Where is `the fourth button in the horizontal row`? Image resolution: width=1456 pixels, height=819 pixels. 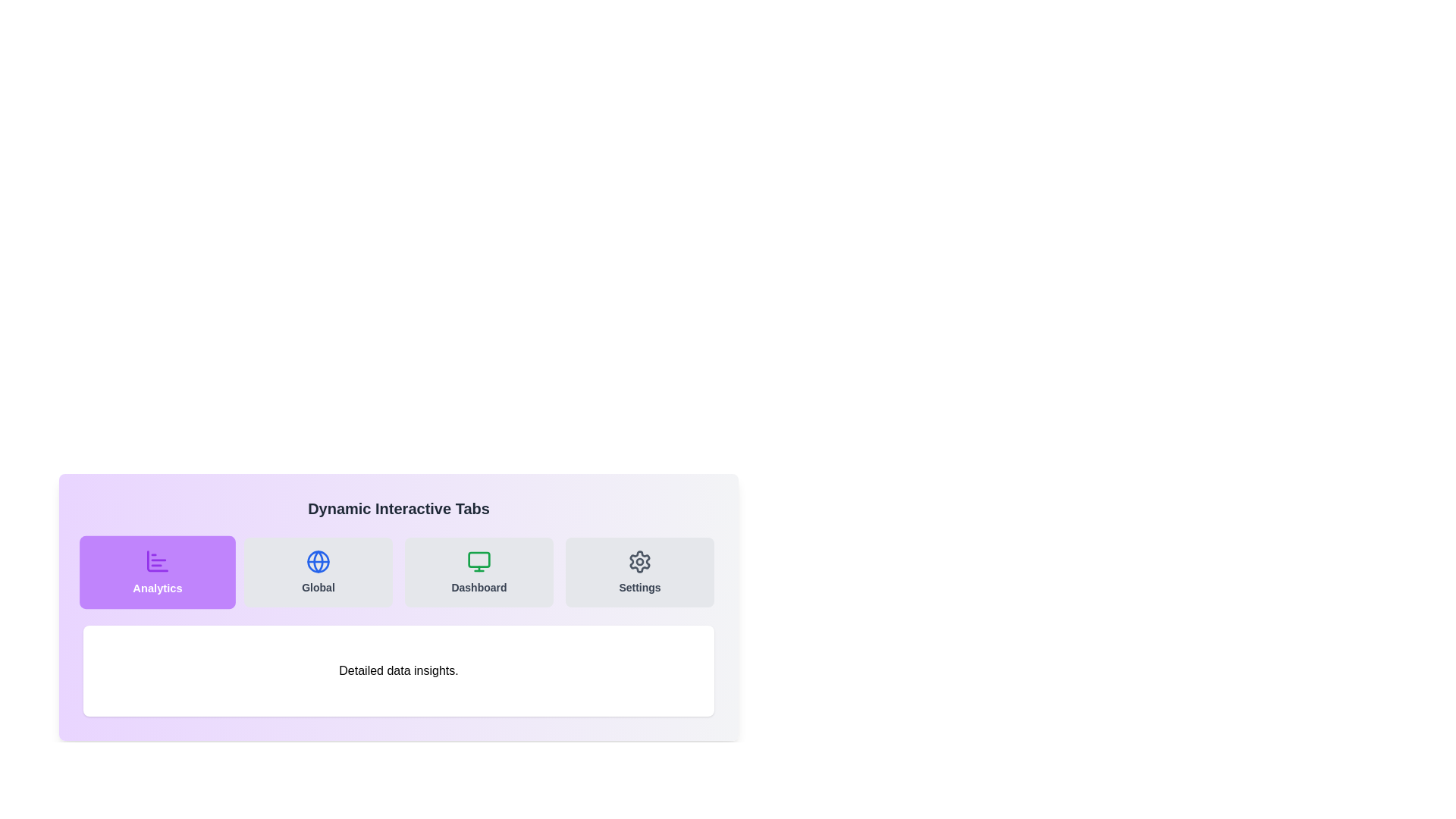 the fourth button in the horizontal row is located at coordinates (640, 573).